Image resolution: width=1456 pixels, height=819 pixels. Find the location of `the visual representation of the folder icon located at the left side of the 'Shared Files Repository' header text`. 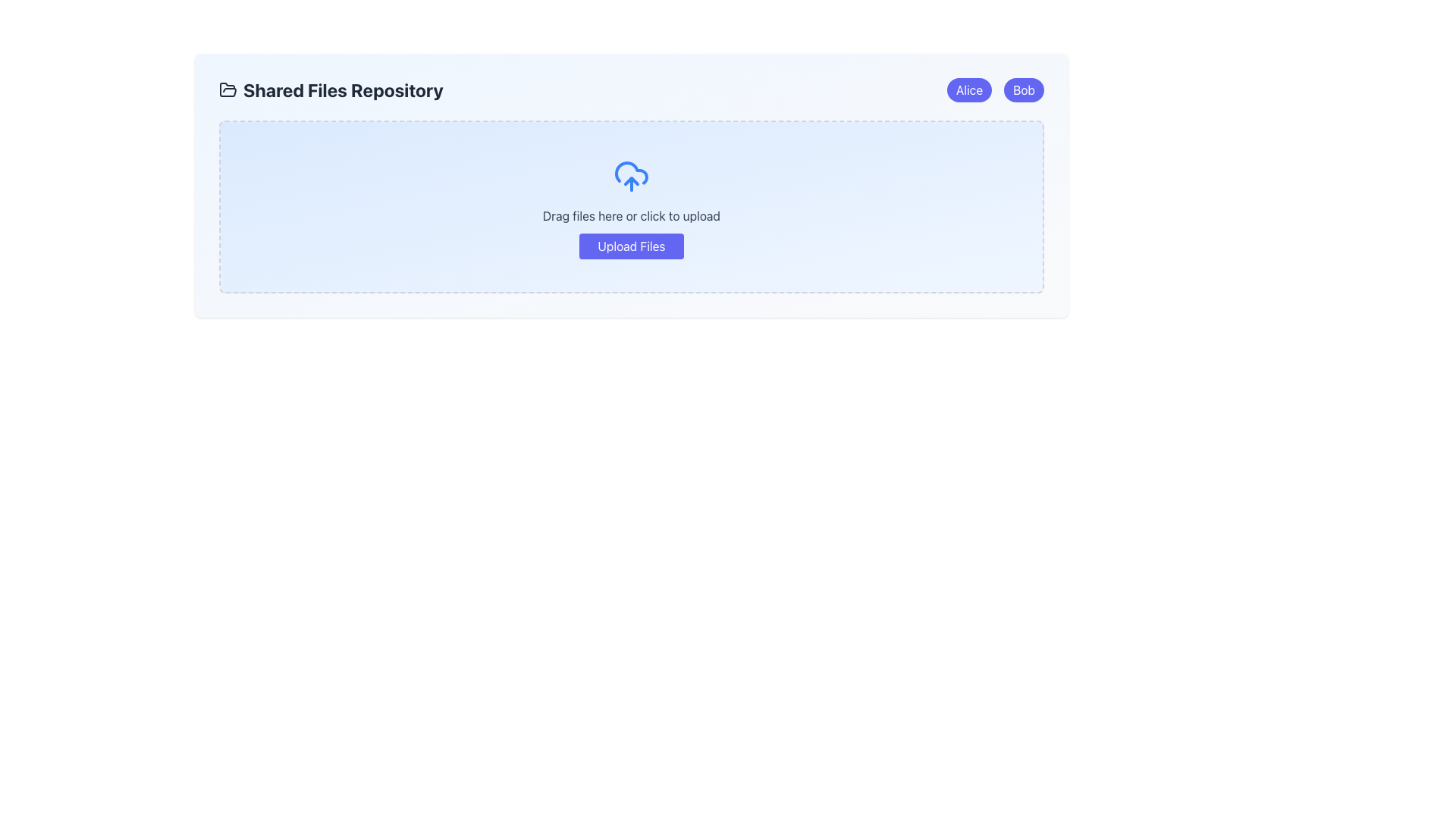

the visual representation of the folder icon located at the left side of the 'Shared Files Repository' header text is located at coordinates (227, 90).